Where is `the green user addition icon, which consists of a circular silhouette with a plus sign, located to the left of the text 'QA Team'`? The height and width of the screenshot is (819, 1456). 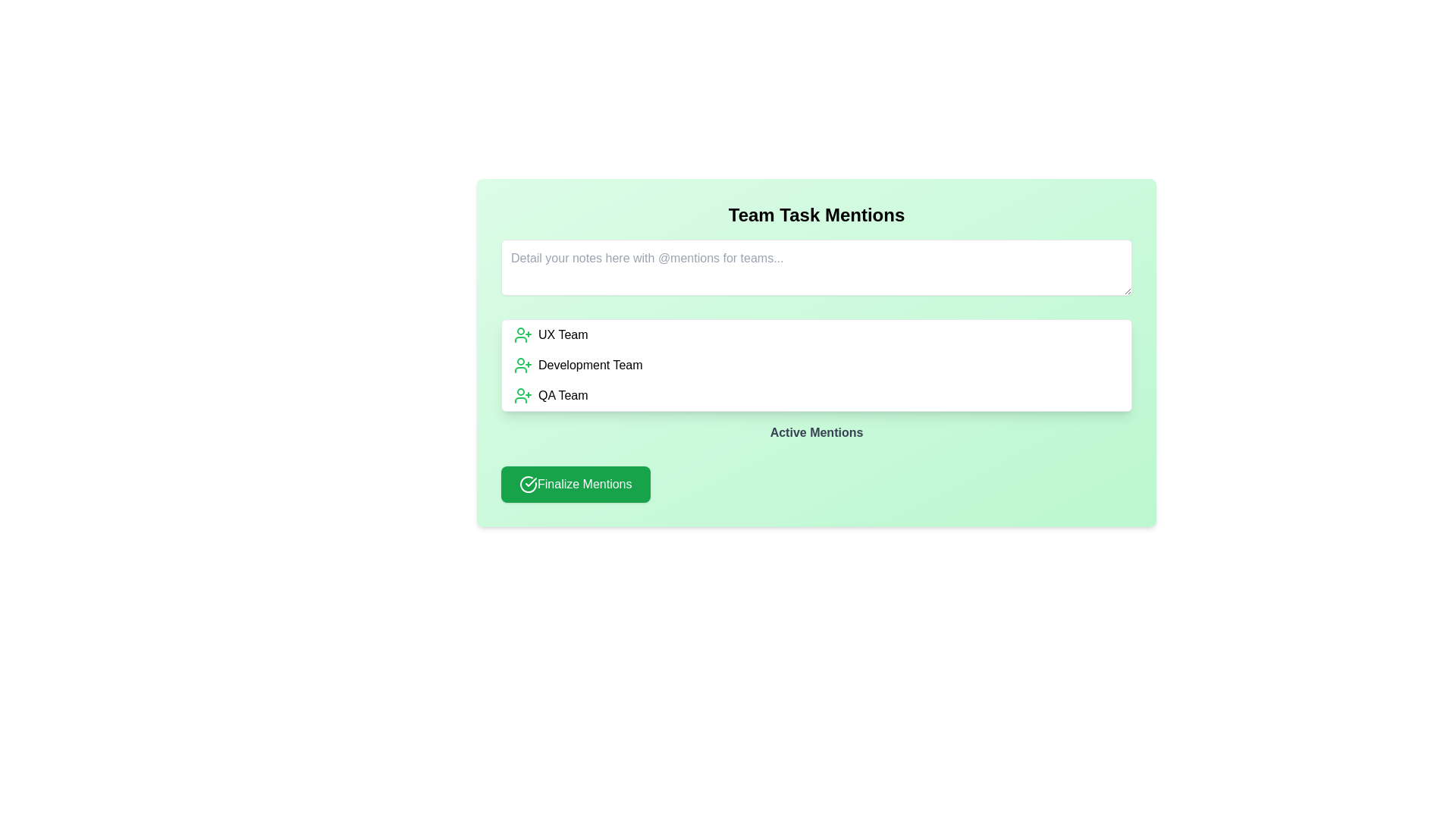
the green user addition icon, which consists of a circular silhouette with a plus sign, located to the left of the text 'QA Team' is located at coordinates (523, 394).